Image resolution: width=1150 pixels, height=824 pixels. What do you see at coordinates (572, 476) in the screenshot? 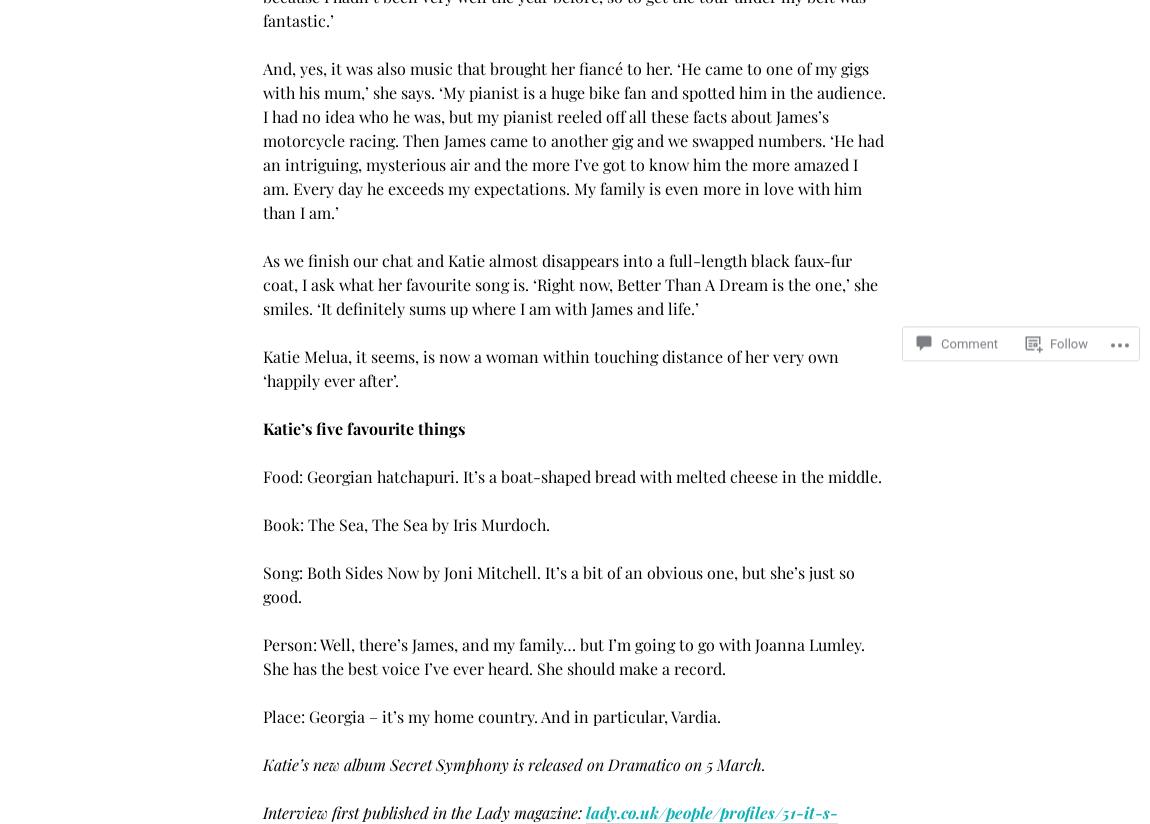
I see `'Food: Georgian hatchapuri. It’s a boat-shaped bread with melted cheese in the middle.'` at bounding box center [572, 476].